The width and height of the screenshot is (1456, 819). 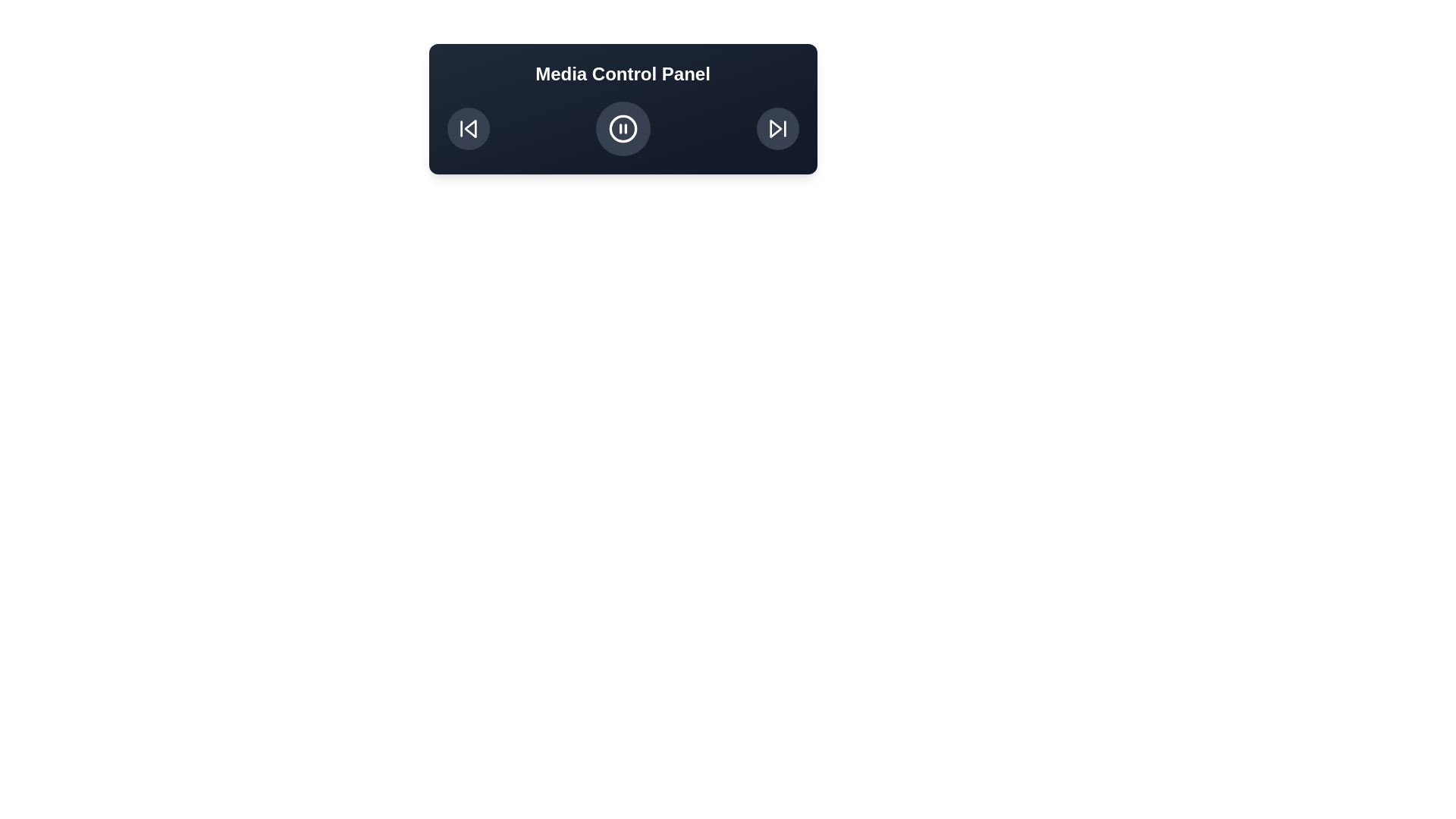 What do you see at coordinates (777, 127) in the screenshot?
I see `the circular gray button with a 'Next Track' icon (double arrow pointing right) to skip to the next track` at bounding box center [777, 127].